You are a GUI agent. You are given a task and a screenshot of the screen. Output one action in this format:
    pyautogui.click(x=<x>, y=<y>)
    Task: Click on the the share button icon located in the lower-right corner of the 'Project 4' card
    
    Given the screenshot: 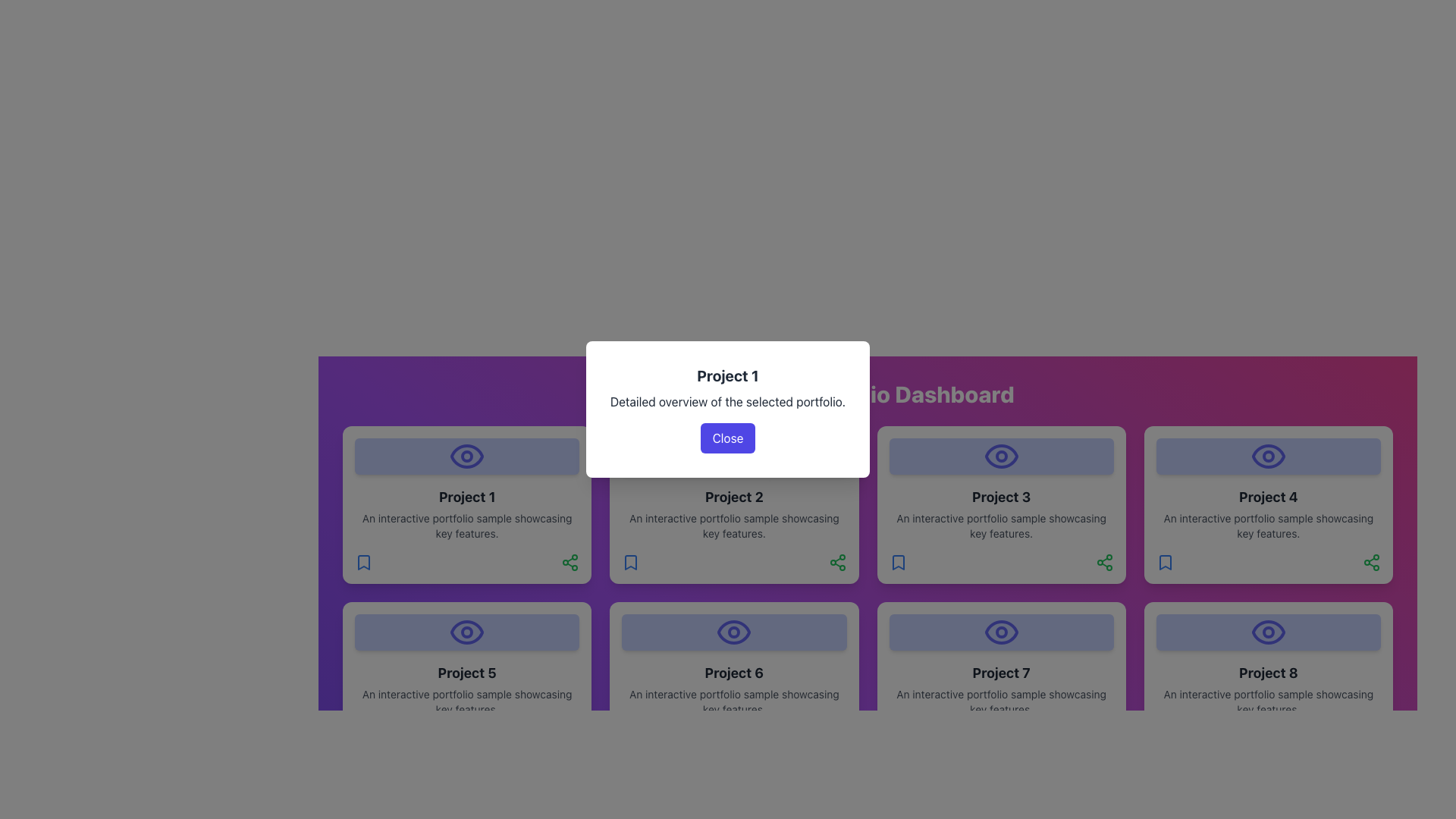 What is the action you would take?
    pyautogui.click(x=1372, y=562)
    